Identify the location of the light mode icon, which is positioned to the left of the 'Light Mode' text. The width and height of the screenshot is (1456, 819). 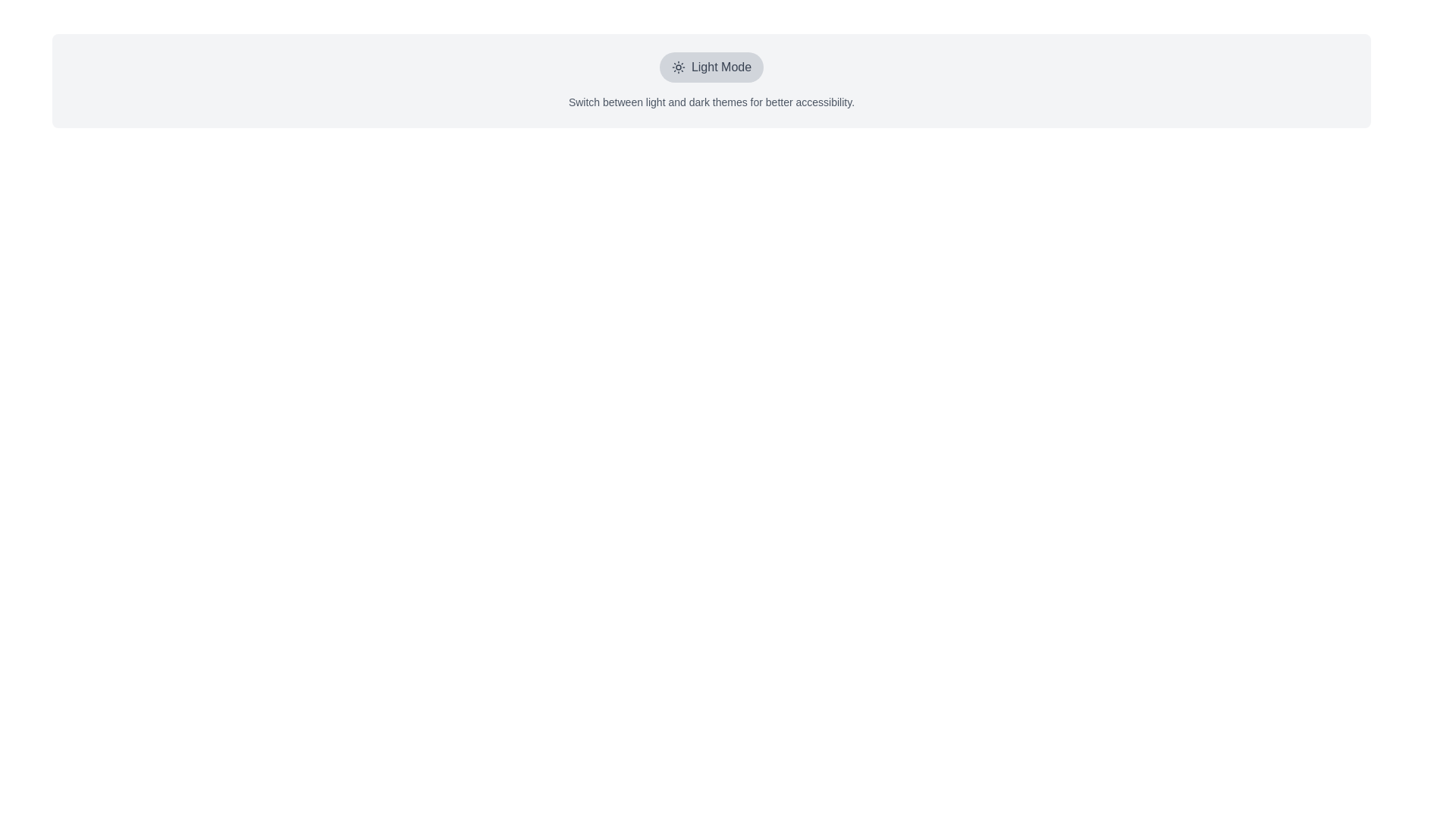
(677, 66).